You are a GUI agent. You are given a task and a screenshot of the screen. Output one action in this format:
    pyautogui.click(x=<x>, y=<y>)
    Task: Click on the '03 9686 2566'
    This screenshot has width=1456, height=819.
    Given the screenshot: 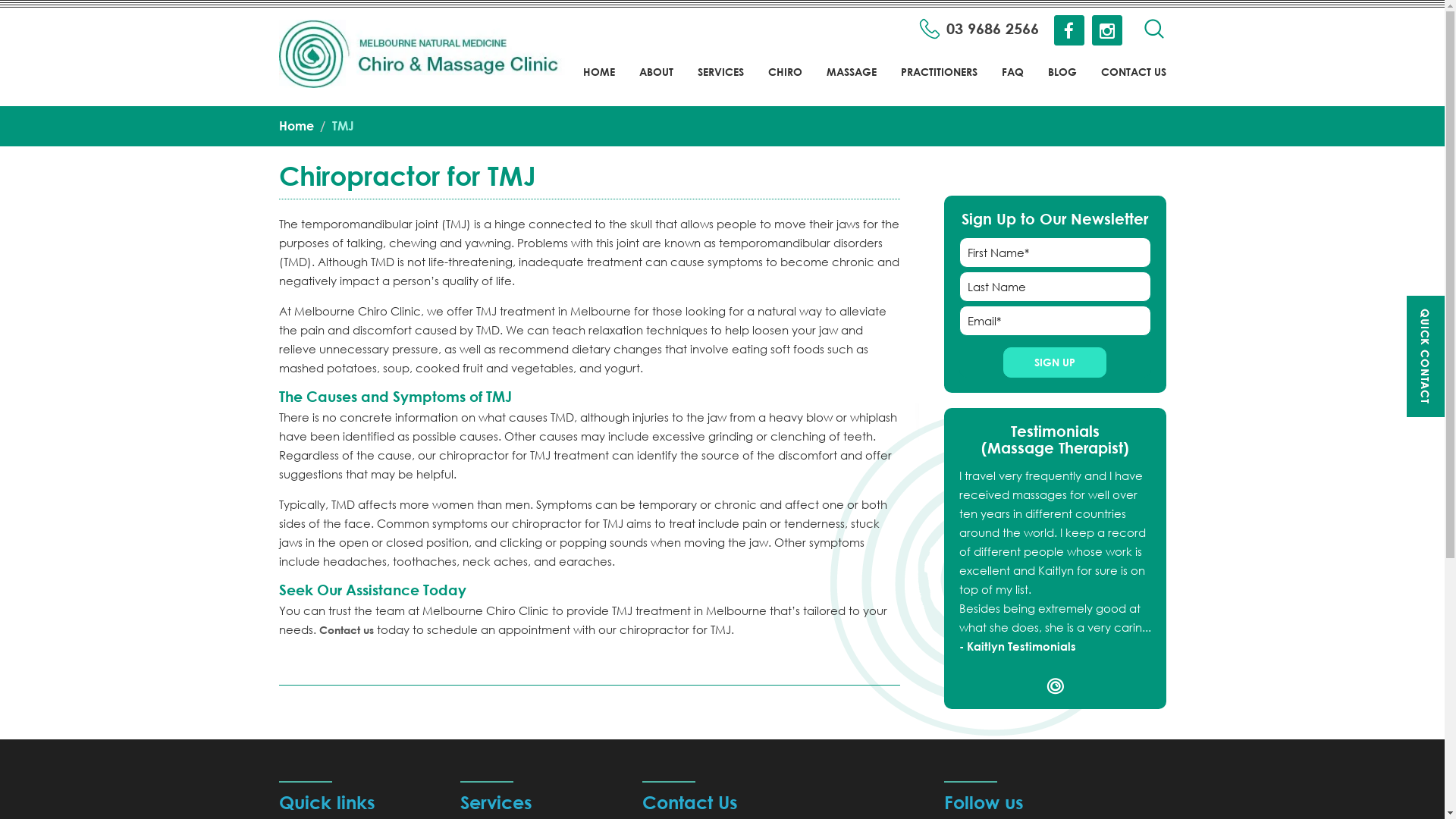 What is the action you would take?
    pyautogui.click(x=979, y=29)
    